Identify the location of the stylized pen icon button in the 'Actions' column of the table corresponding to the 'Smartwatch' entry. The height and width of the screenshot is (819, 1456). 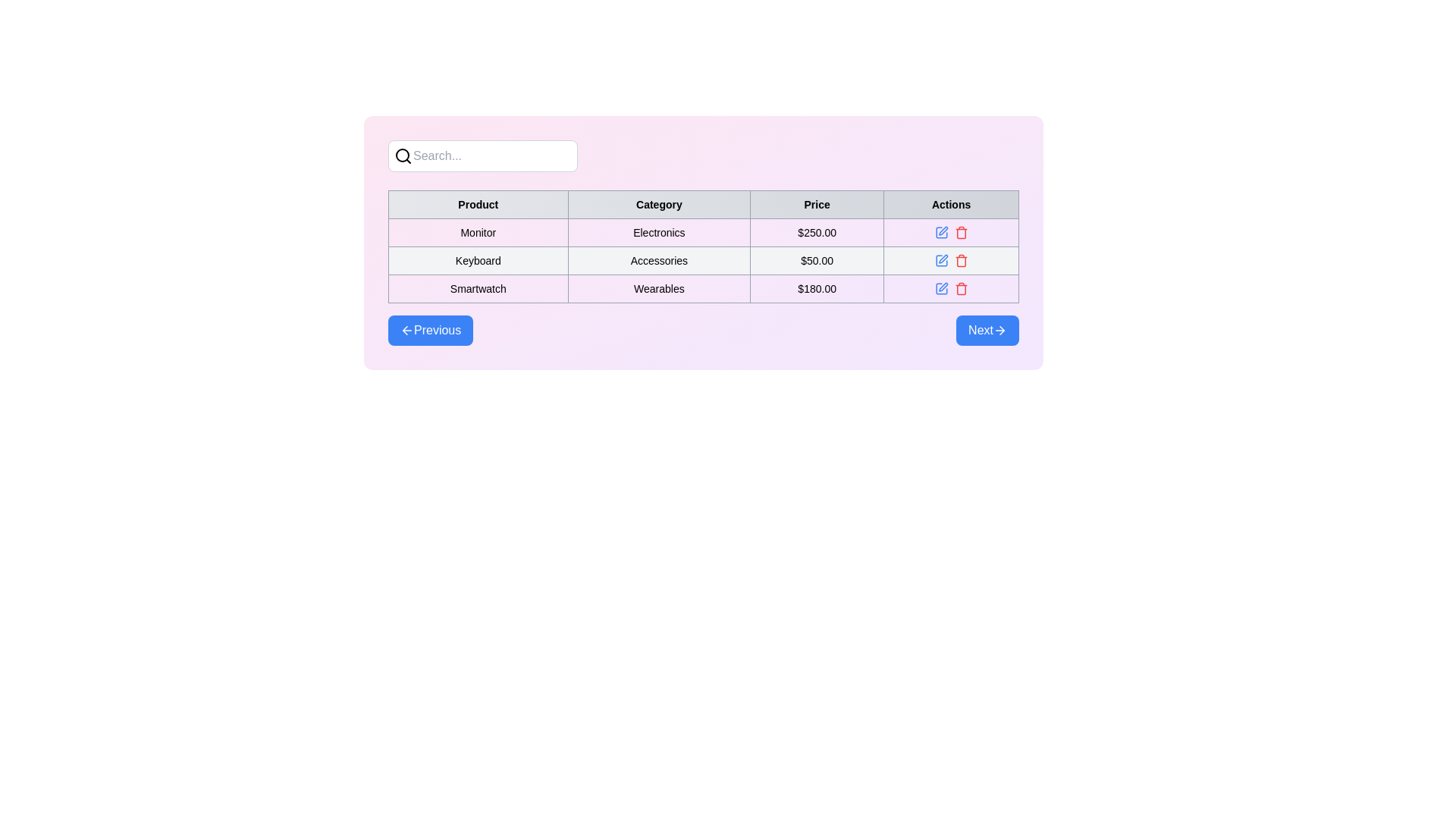
(942, 287).